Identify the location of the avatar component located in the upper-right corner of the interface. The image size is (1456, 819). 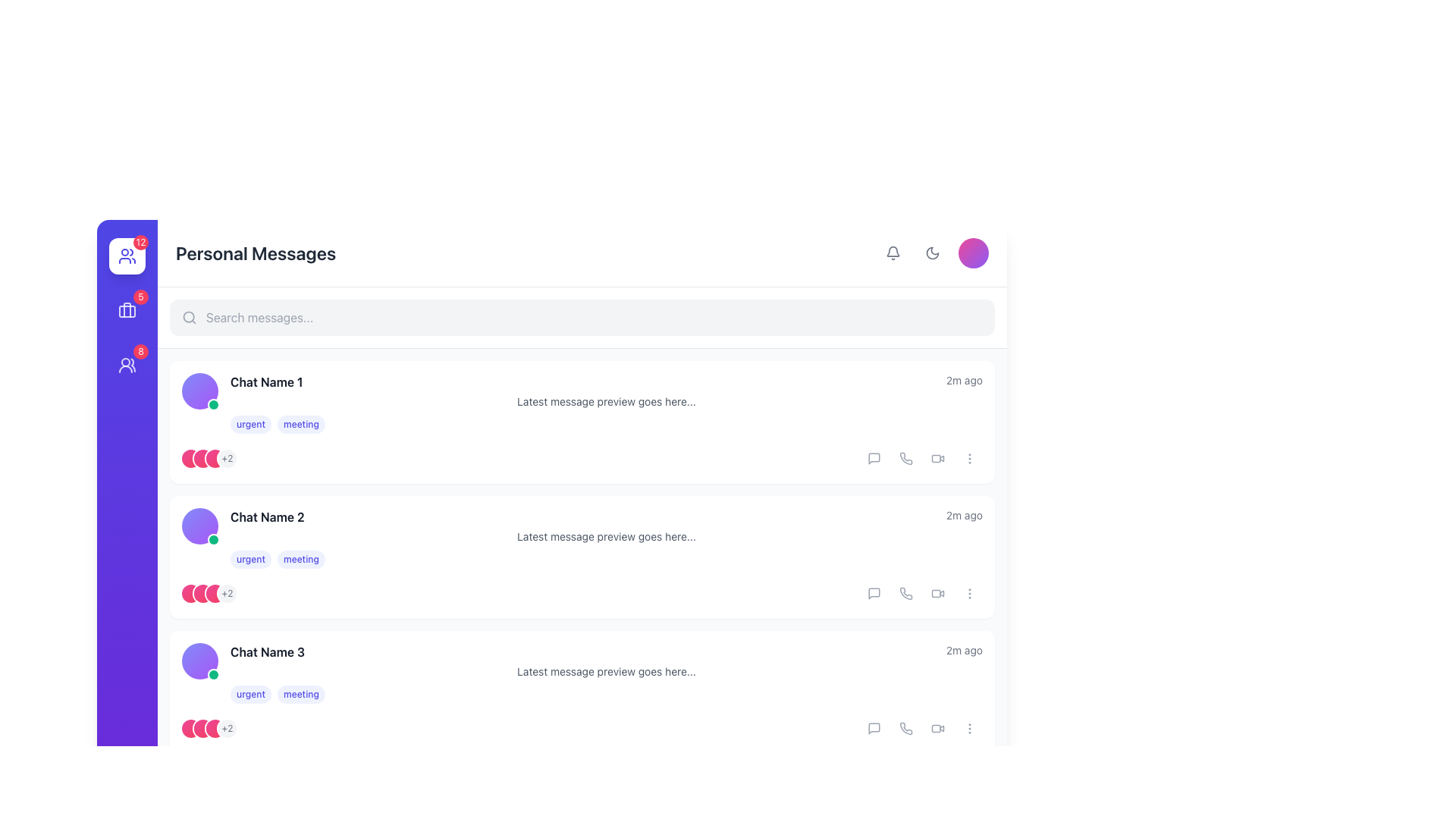
(973, 253).